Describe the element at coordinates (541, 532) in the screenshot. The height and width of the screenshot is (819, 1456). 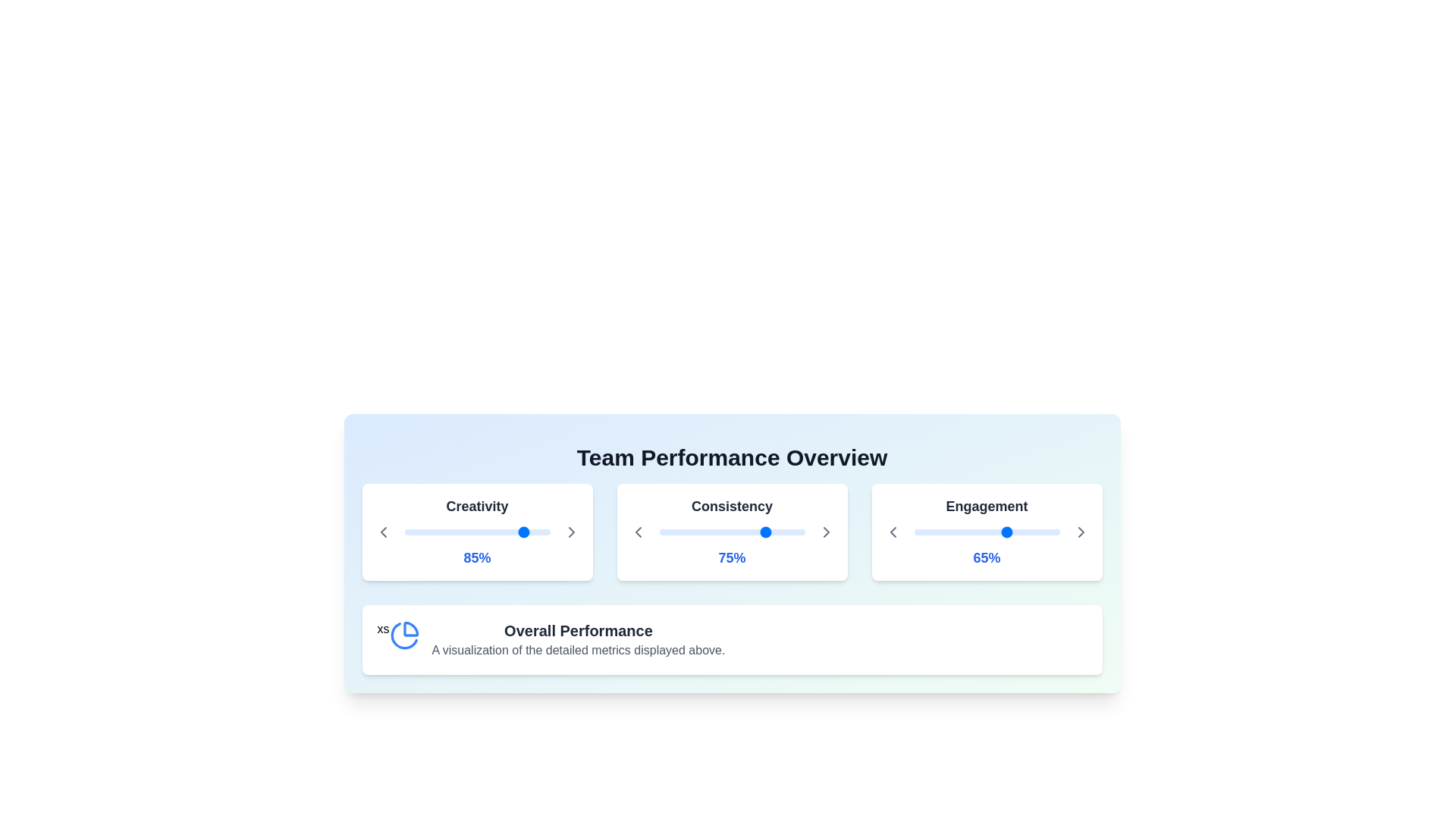
I see `Creativity level` at that location.